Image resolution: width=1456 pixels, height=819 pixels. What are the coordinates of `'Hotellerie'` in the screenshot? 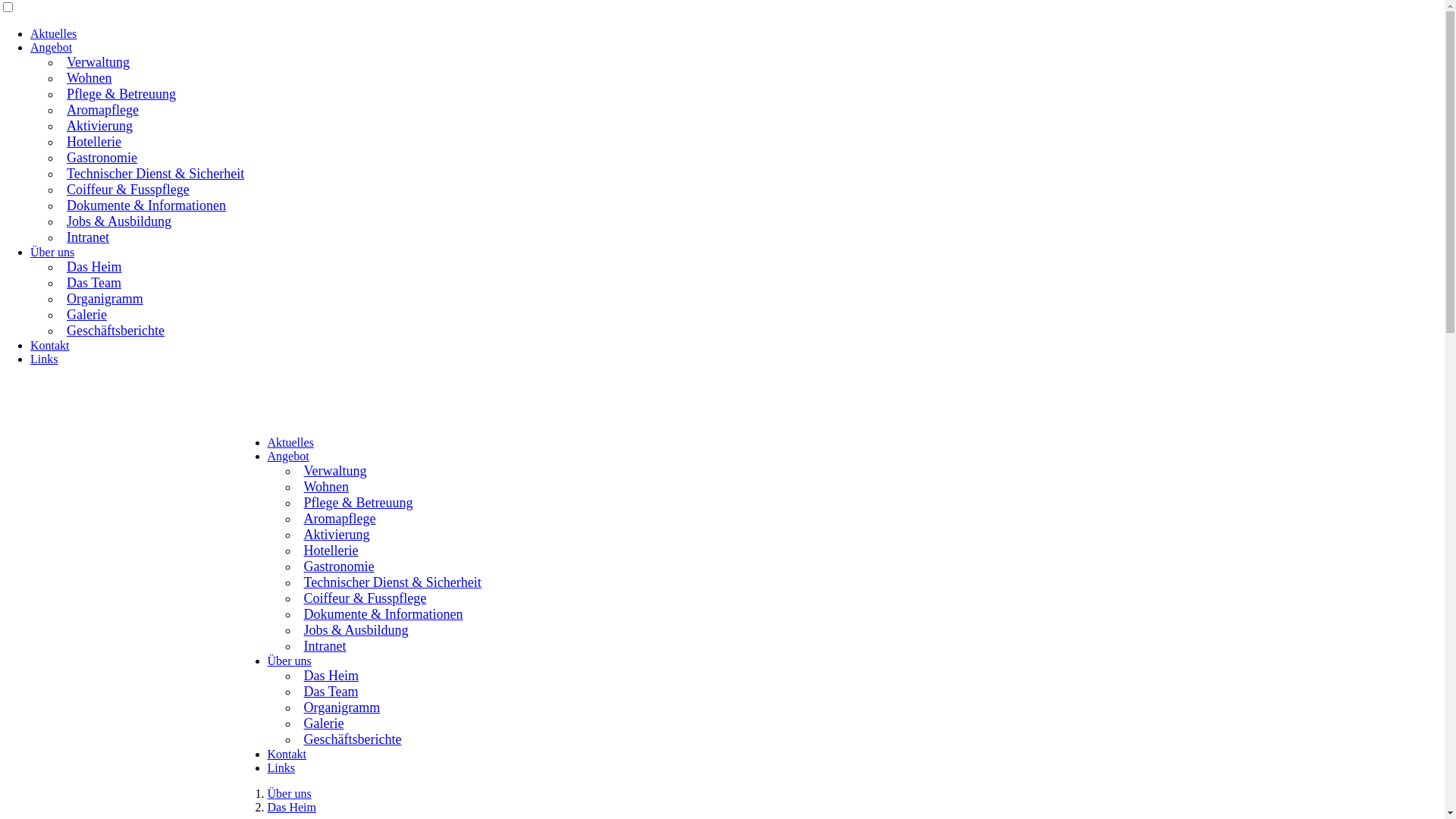 It's located at (297, 549).